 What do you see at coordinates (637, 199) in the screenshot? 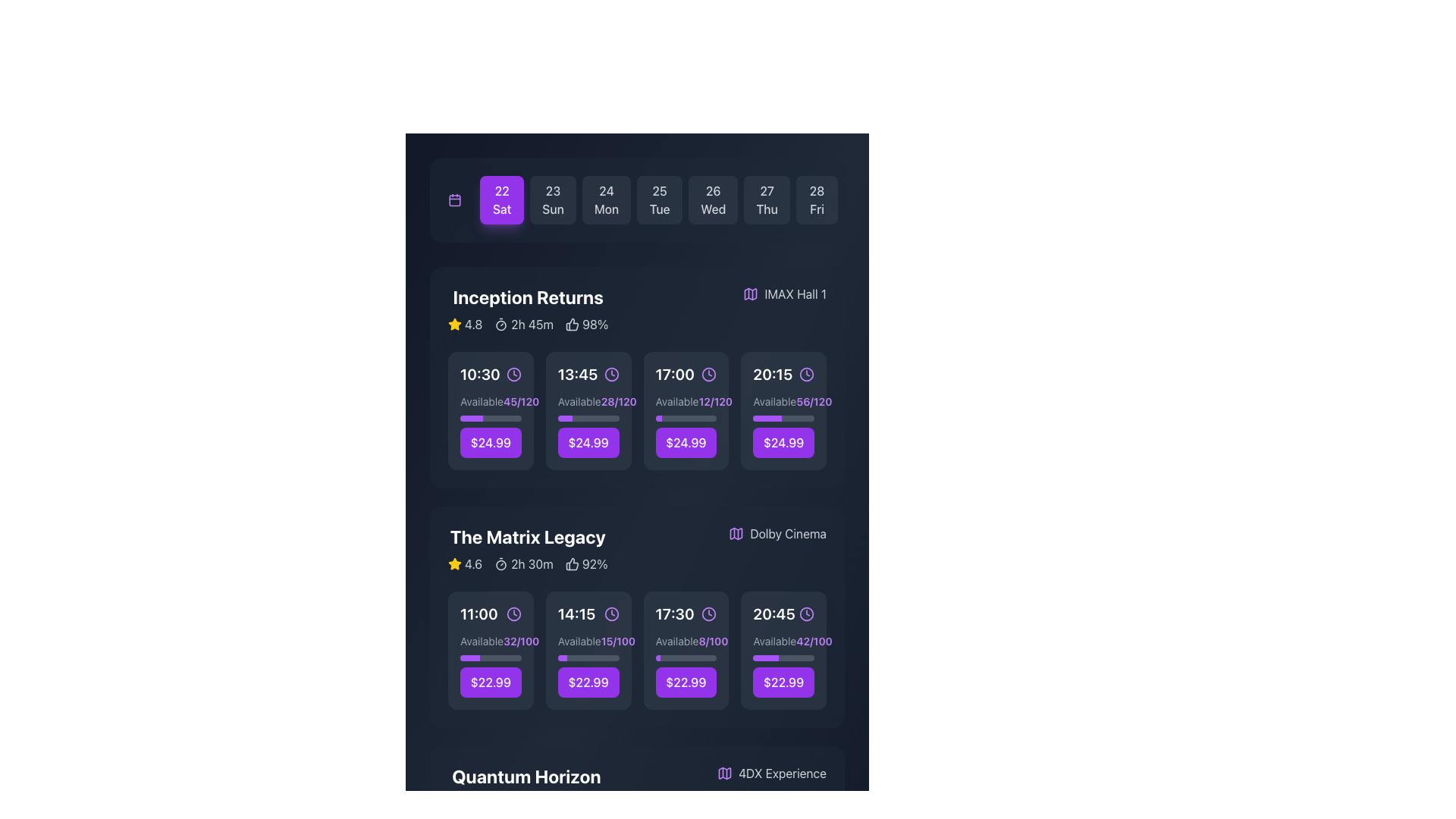
I see `the fourth button from the left in the horizontal strip of day selection` at bounding box center [637, 199].